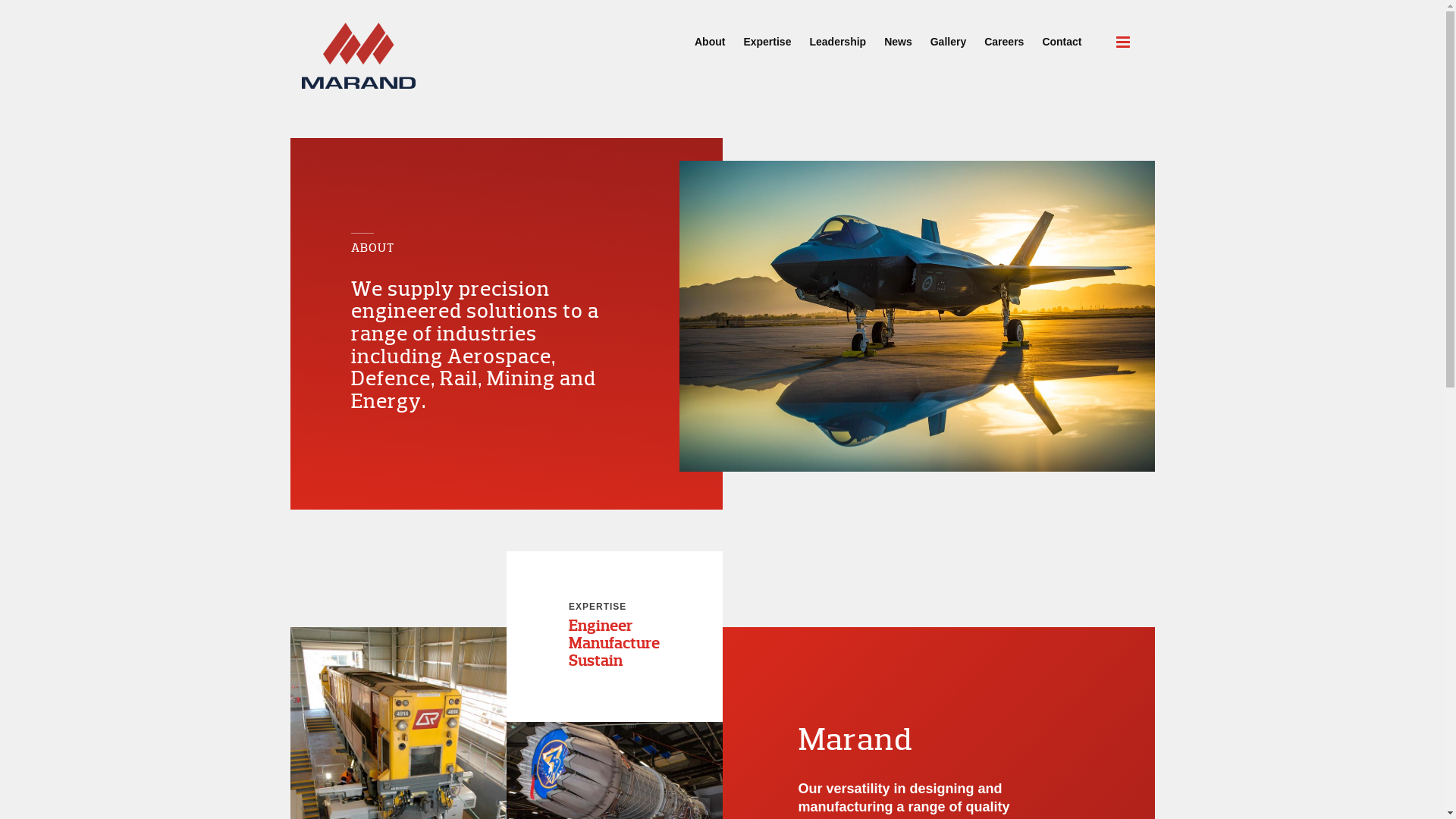  What do you see at coordinates (898, 34) in the screenshot?
I see `'News'` at bounding box center [898, 34].